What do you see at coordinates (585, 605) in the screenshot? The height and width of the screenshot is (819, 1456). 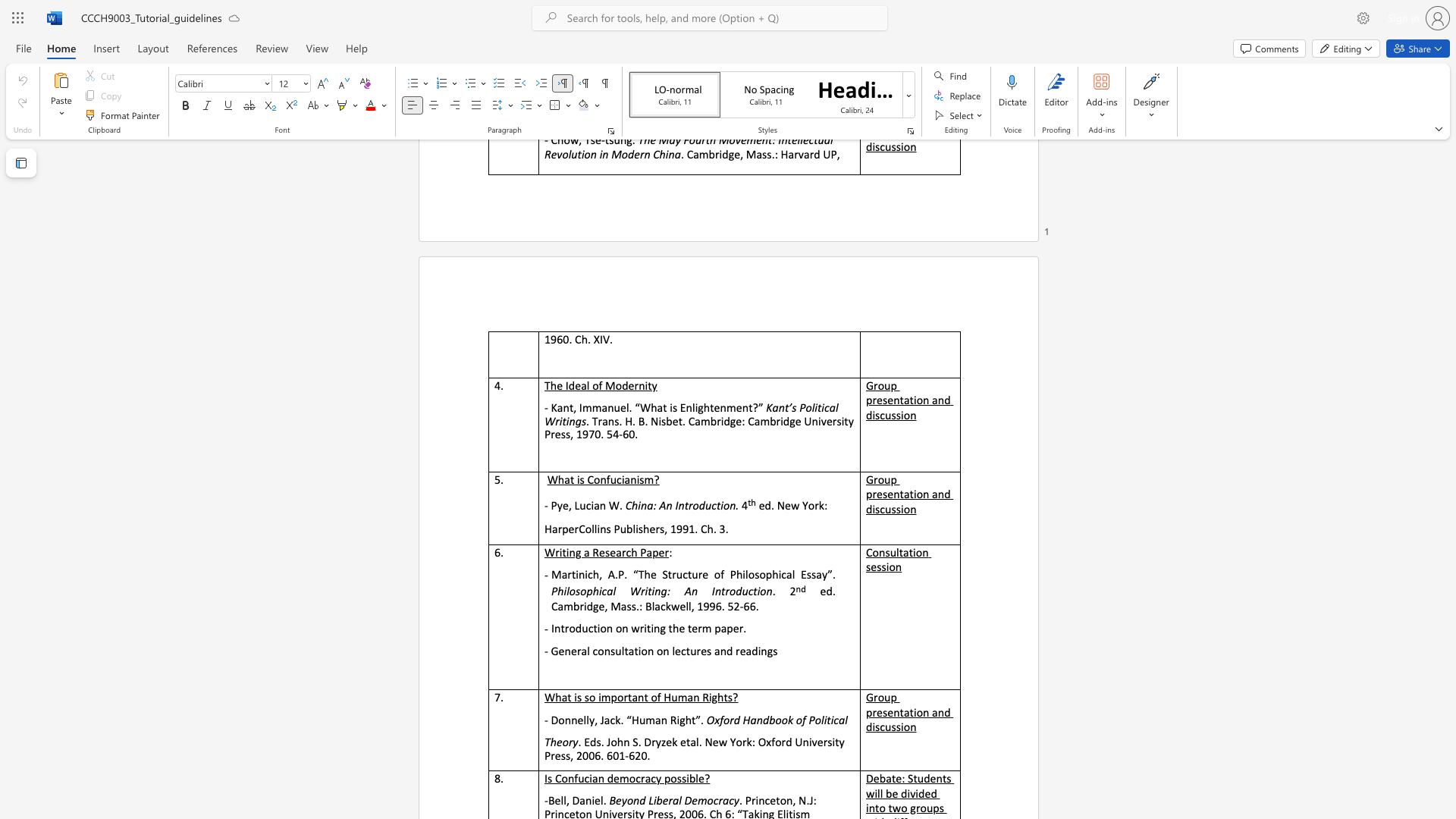 I see `the subset text "dge, Mass.: Blackwell, 1" within the text "ed. Cambridge, Mass.: Blackwell, 1996. 52-66."` at bounding box center [585, 605].